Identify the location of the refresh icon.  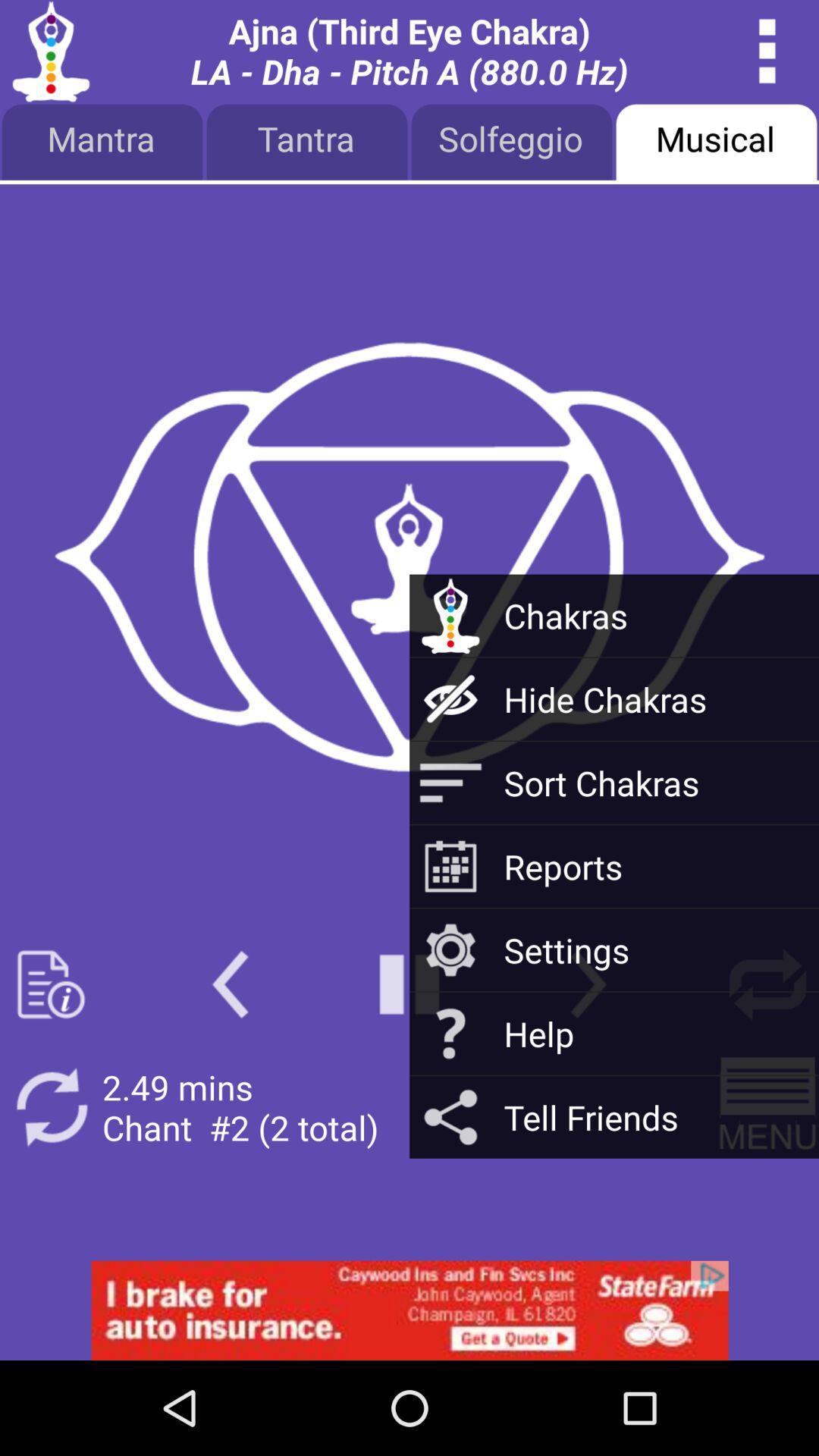
(50, 1184).